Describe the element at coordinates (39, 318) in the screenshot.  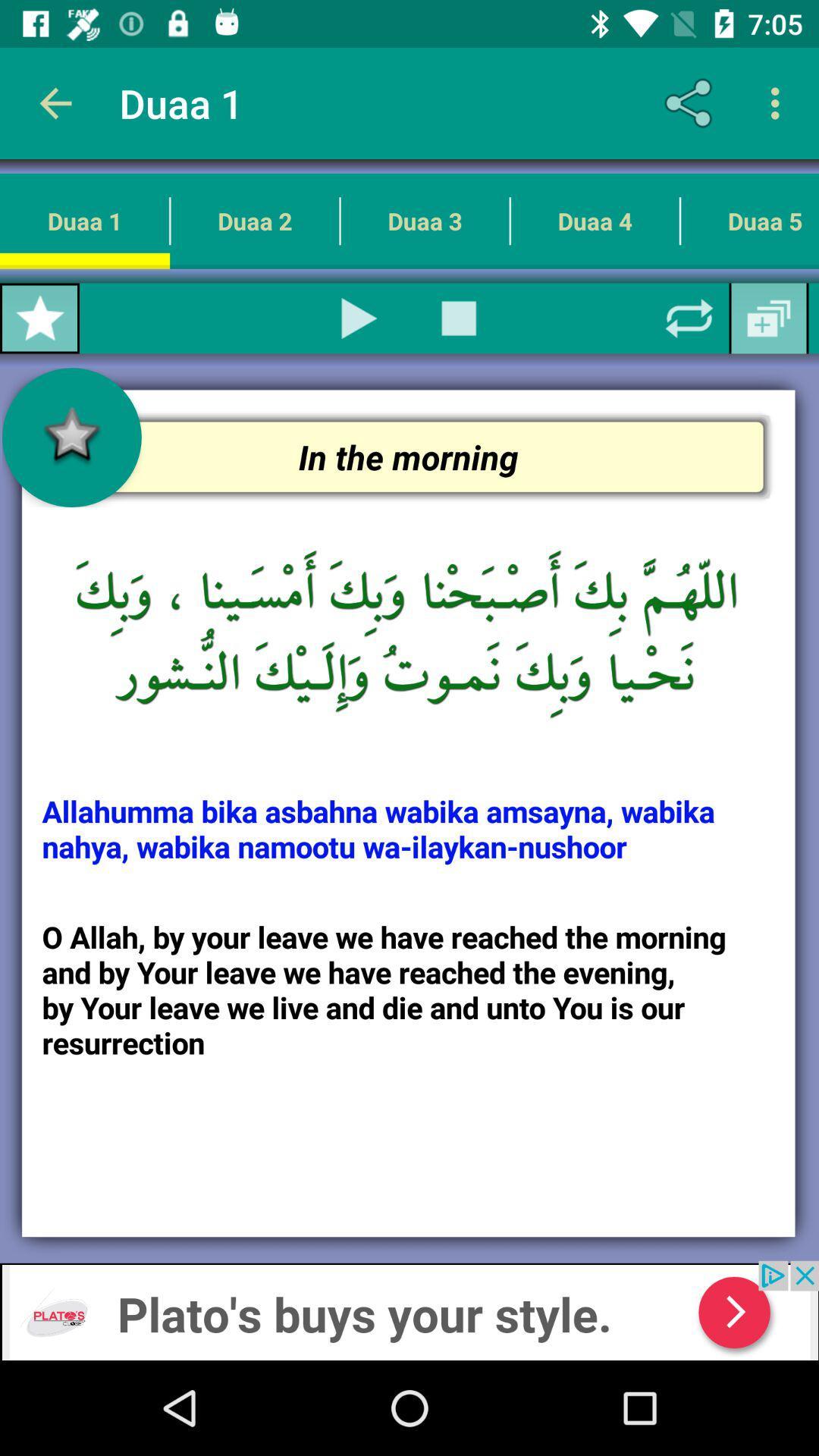
I see `make favorite` at that location.